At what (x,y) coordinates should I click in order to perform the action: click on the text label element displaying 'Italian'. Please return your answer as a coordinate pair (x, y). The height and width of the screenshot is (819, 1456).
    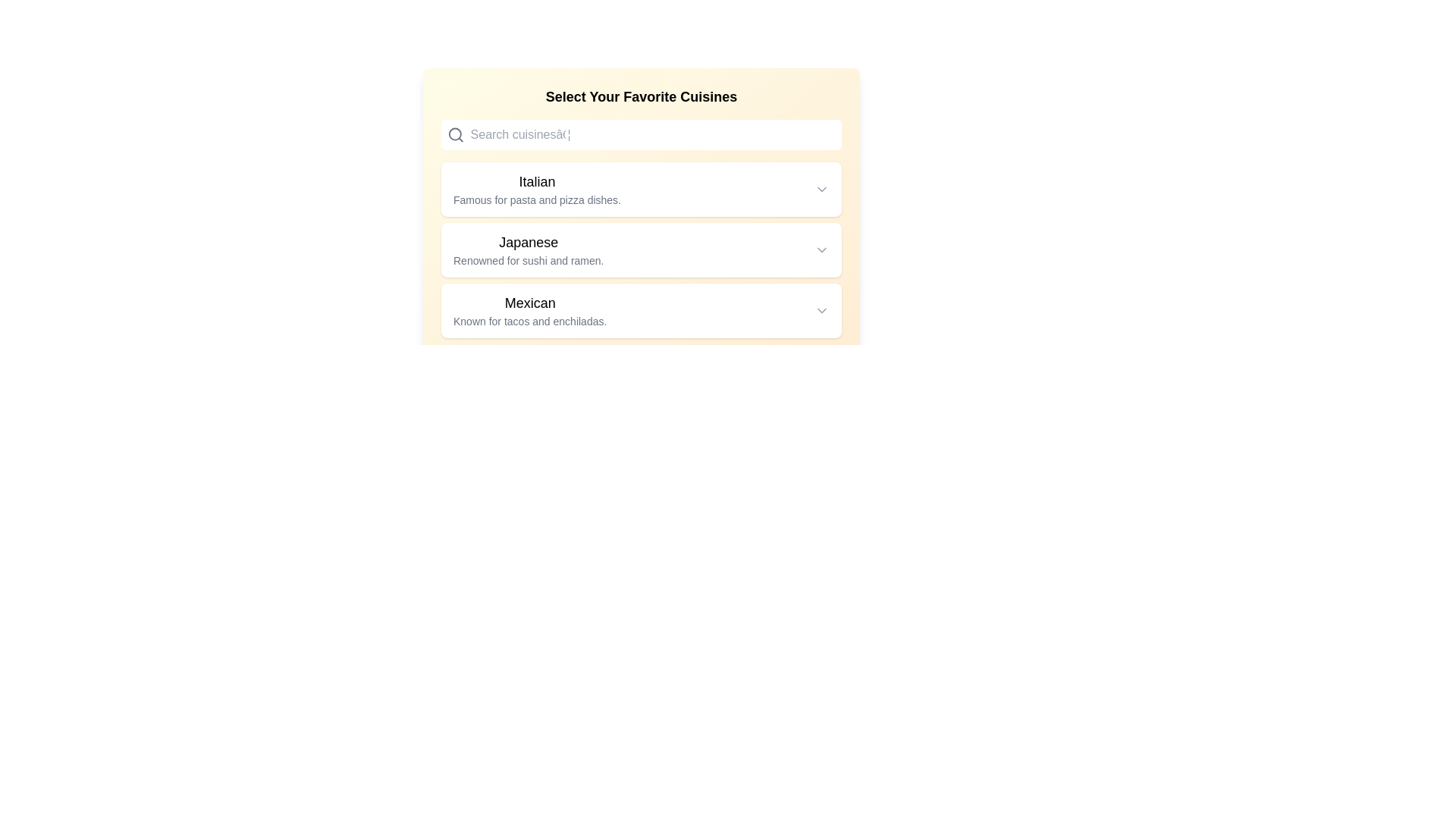
    Looking at the image, I should click on (537, 189).